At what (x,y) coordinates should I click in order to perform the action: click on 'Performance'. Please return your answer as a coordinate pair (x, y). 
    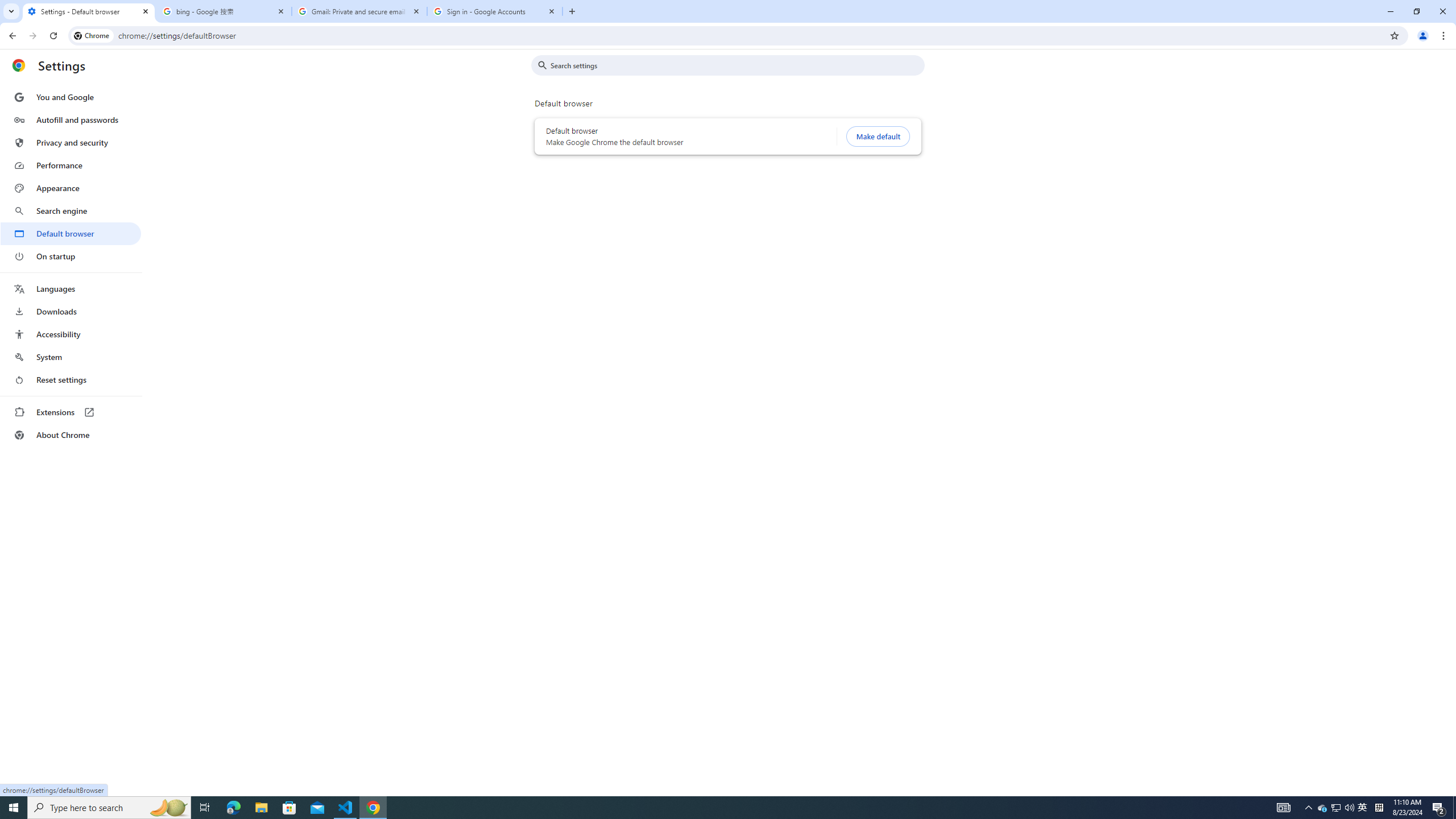
    Looking at the image, I should click on (70, 165).